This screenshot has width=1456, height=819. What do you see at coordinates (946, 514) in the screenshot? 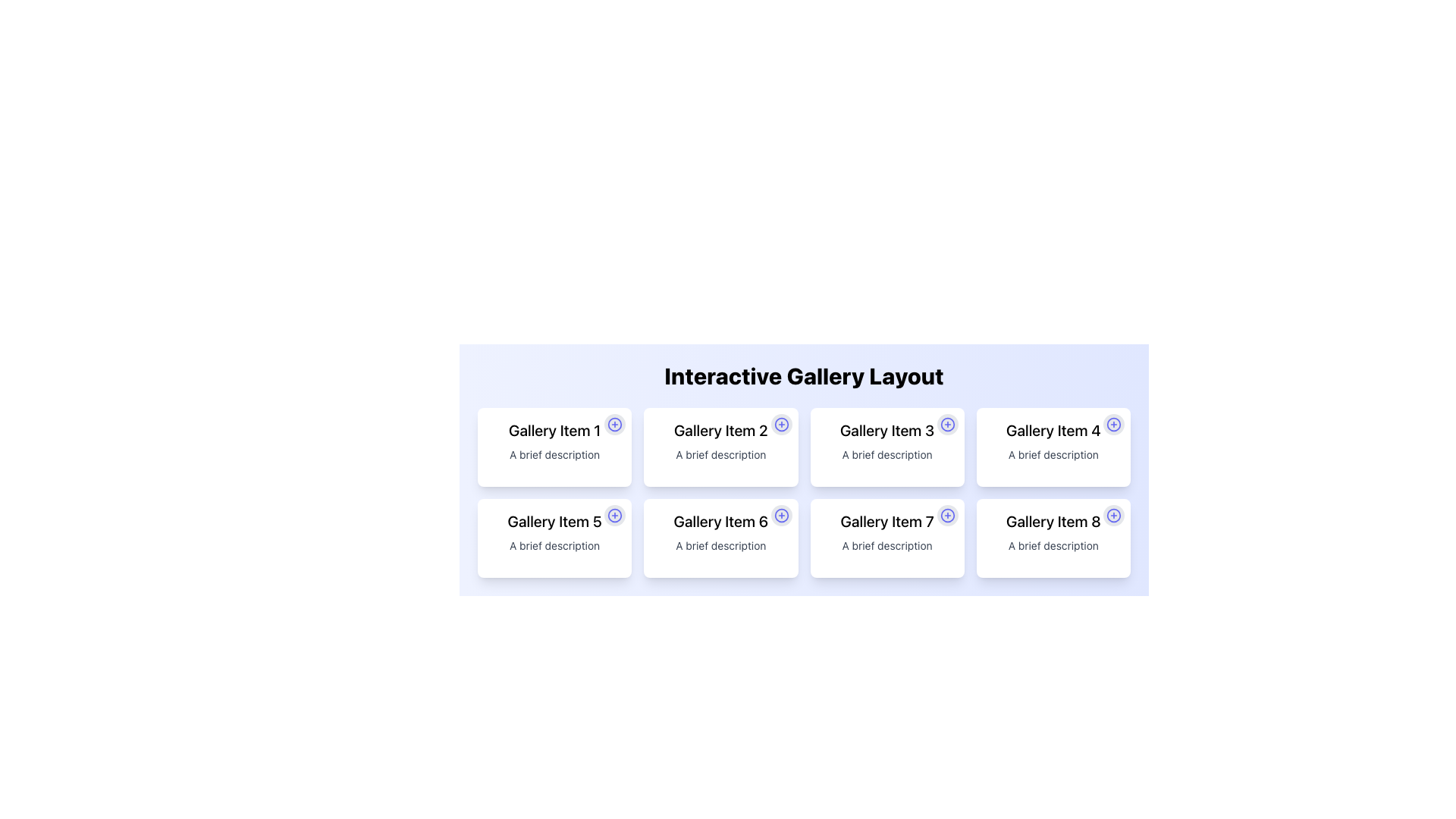
I see `the small circular button with a gray background and a blue plus icon located at the top-right corner of the card labeled 'Gallery Item 7'` at bounding box center [946, 514].